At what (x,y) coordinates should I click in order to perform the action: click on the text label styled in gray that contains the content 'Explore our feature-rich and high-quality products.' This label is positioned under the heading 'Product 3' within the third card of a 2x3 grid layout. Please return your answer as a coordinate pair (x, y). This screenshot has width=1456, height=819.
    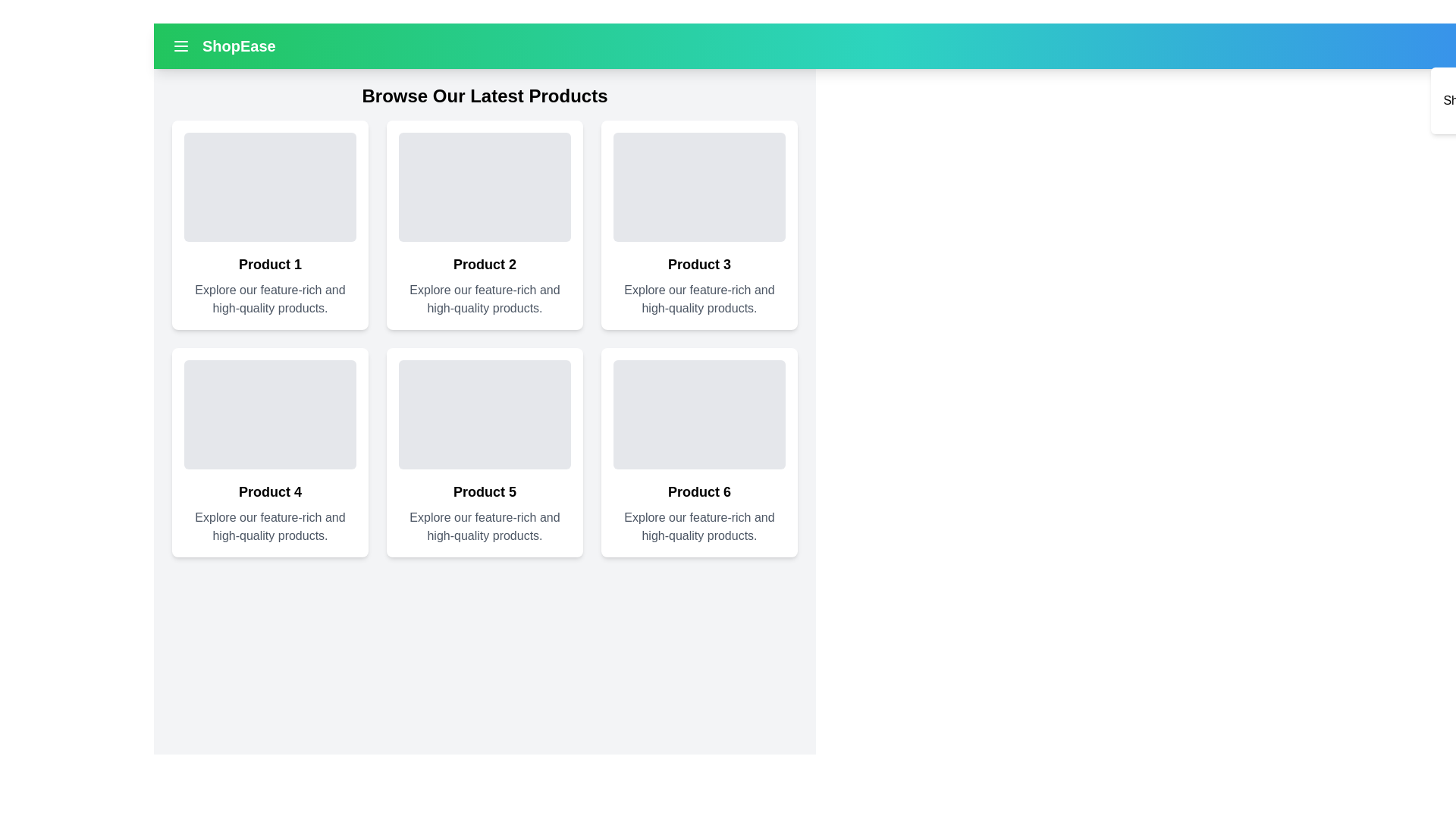
    Looking at the image, I should click on (698, 299).